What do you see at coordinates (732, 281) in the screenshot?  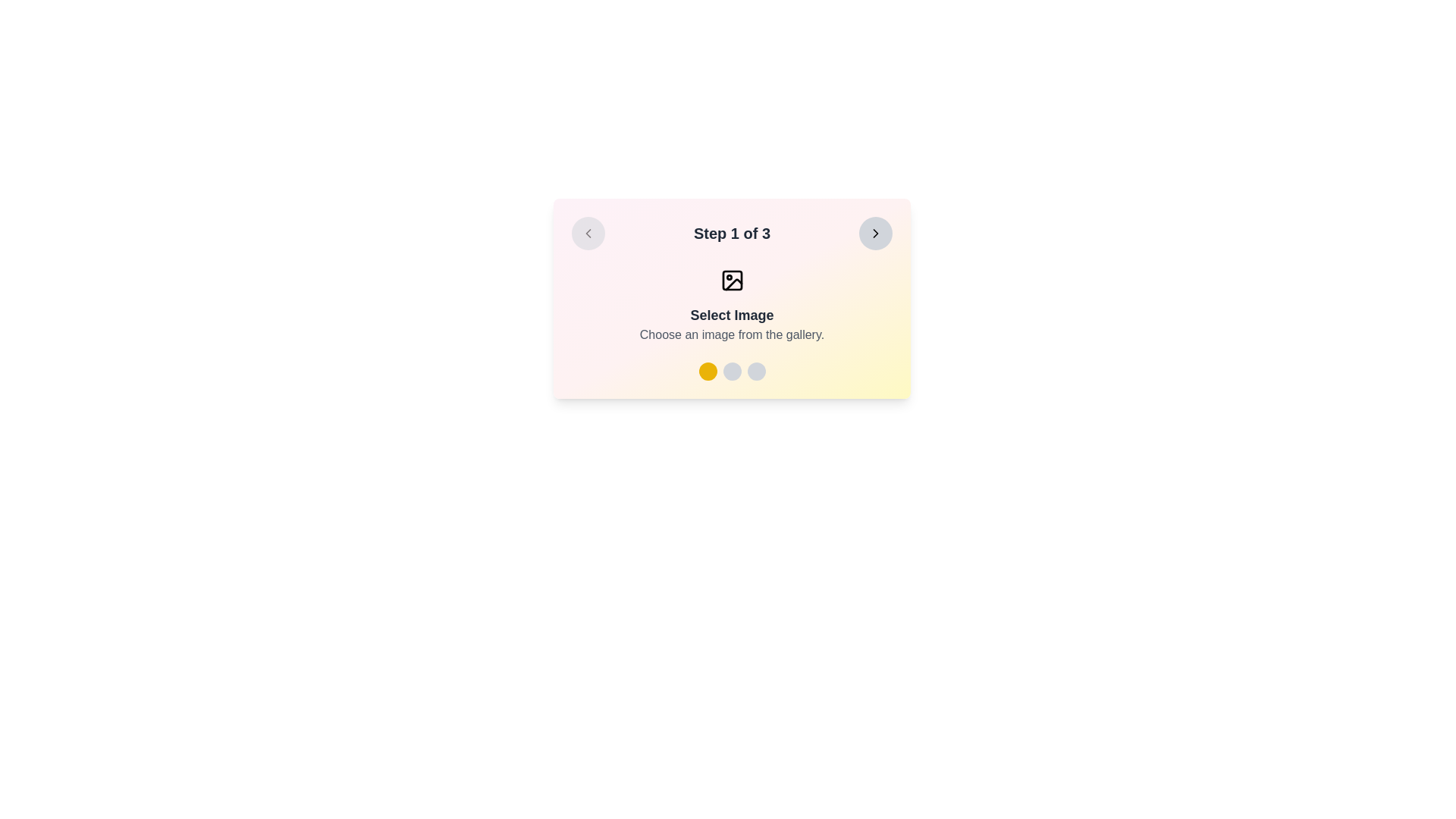 I see `the image placeholder icon located at the top-center of the card titled 'Step 1 of 3', which is above the text content and below the card's title` at bounding box center [732, 281].